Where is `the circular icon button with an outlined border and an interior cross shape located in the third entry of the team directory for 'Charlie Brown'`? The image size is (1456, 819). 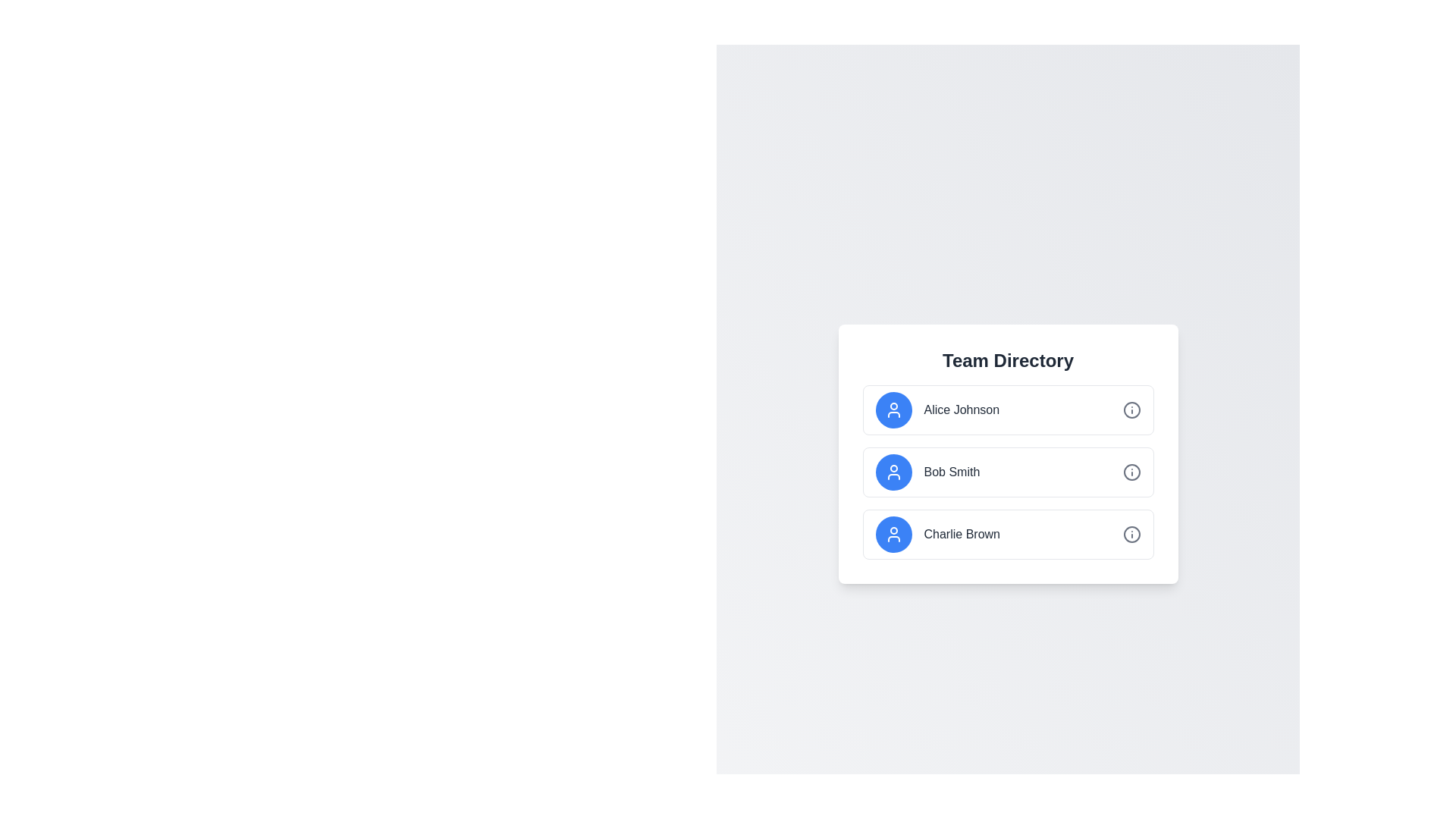
the circular icon button with an outlined border and an interior cross shape located in the third entry of the team directory for 'Charlie Brown' is located at coordinates (1131, 534).